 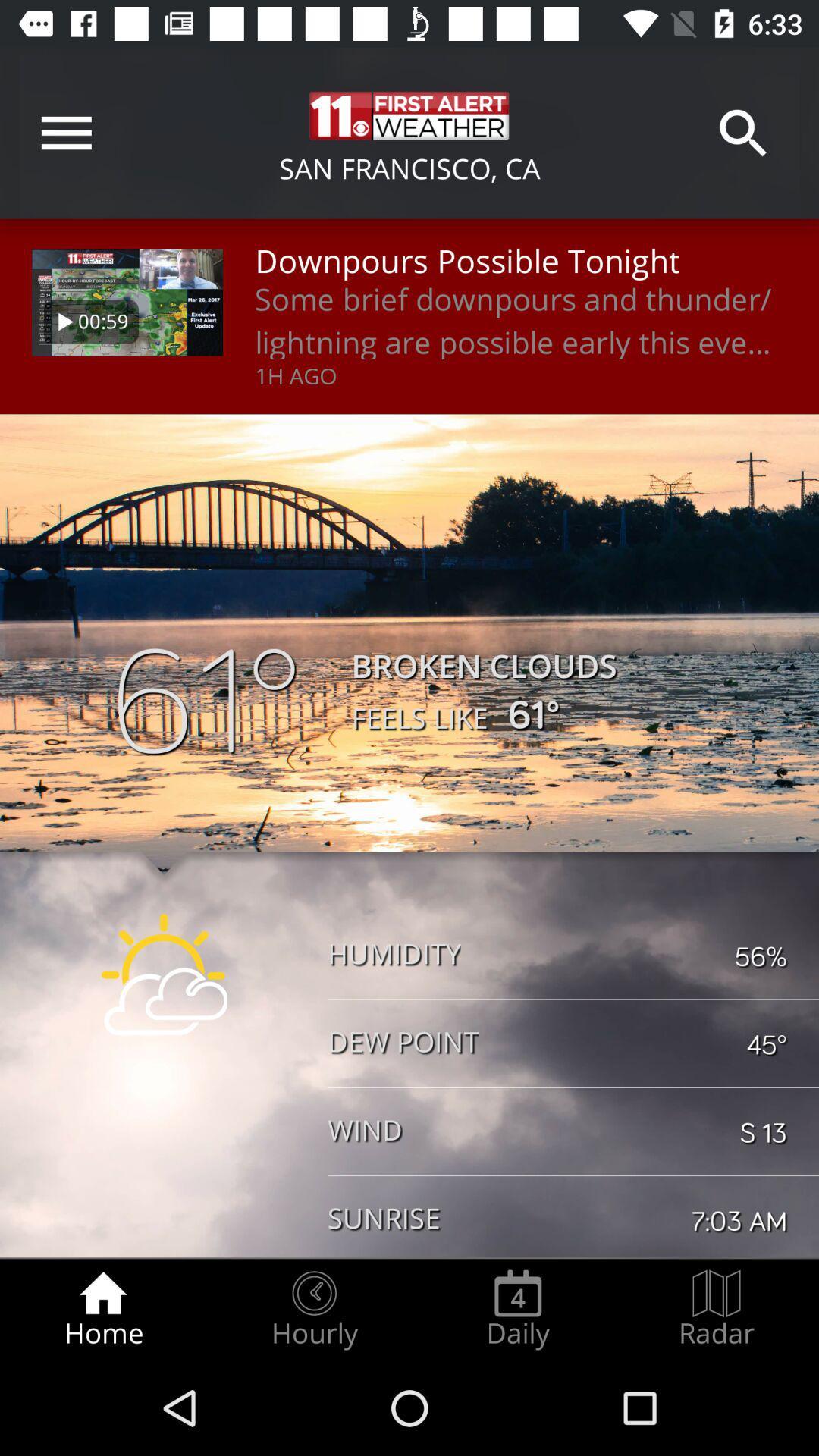 I want to click on daily icon, so click(x=517, y=1309).